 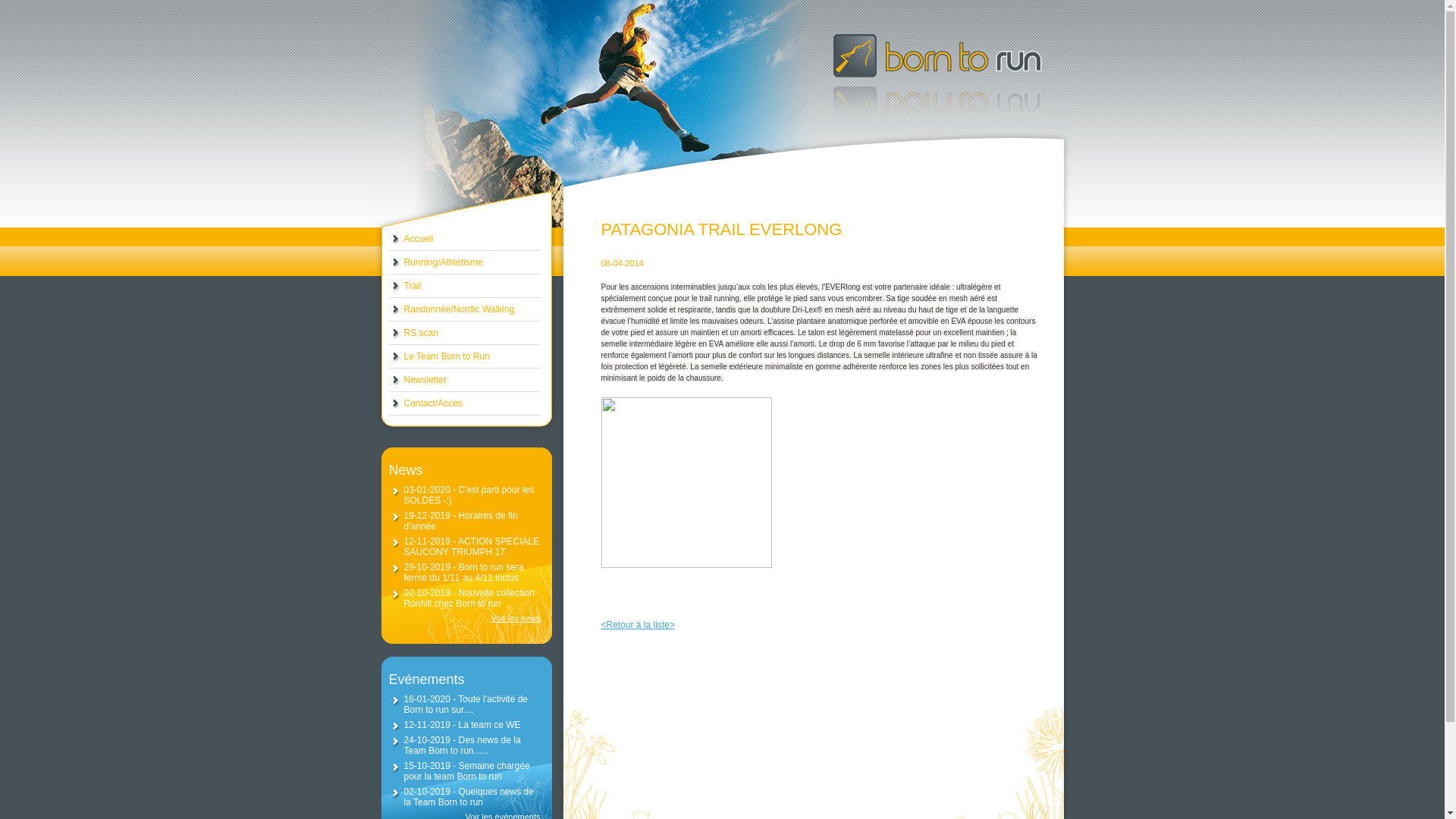 What do you see at coordinates (403, 745) in the screenshot?
I see `'24-10-2019 - Des news de la Team Born to run......'` at bounding box center [403, 745].